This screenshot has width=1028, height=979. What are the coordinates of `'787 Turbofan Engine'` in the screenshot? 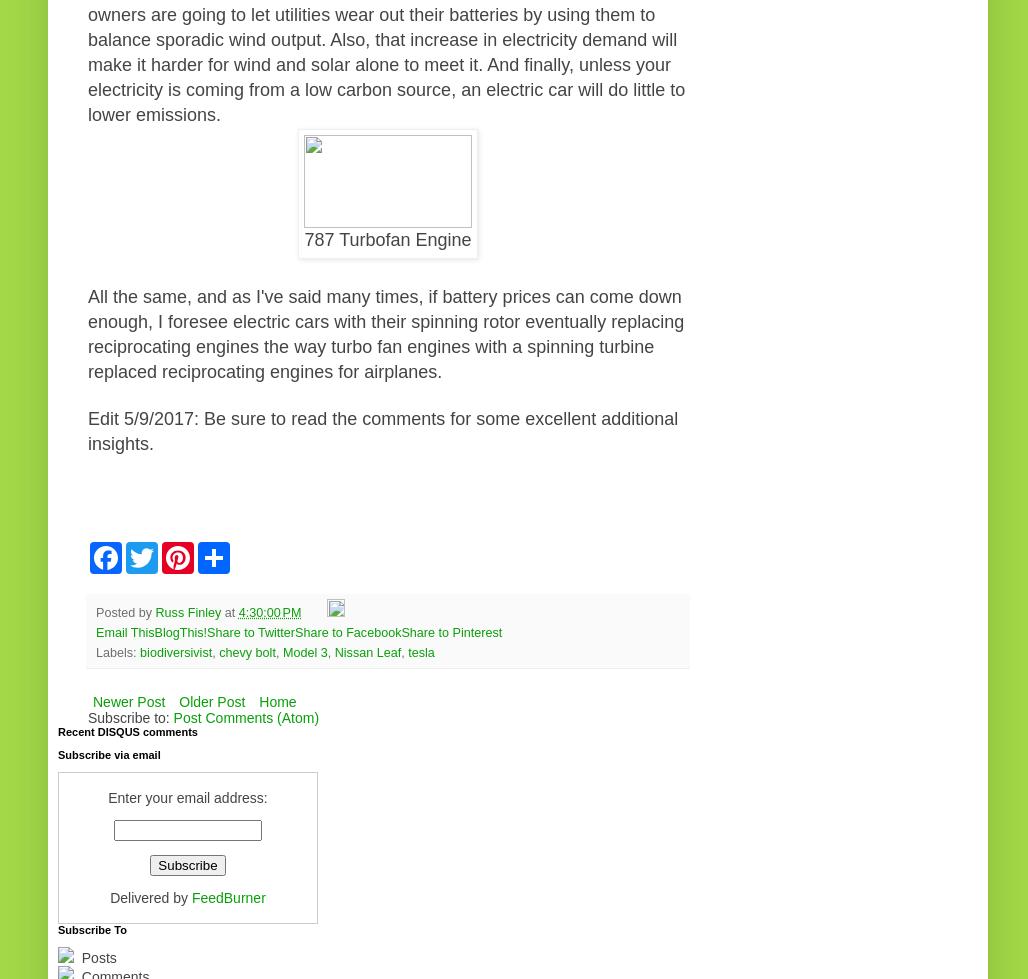 It's located at (387, 239).